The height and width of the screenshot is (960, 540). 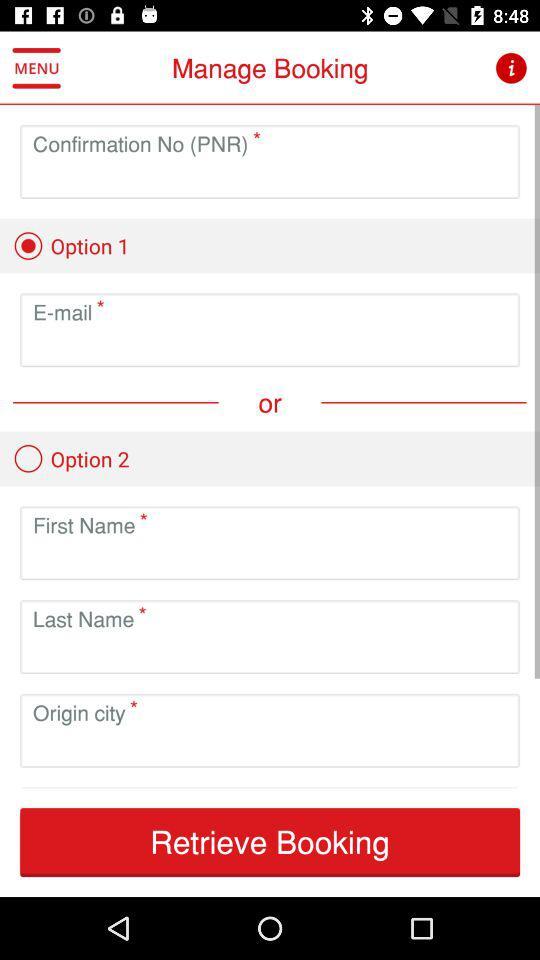 I want to click on the icon to the left of manage booking item, so click(x=36, y=68).